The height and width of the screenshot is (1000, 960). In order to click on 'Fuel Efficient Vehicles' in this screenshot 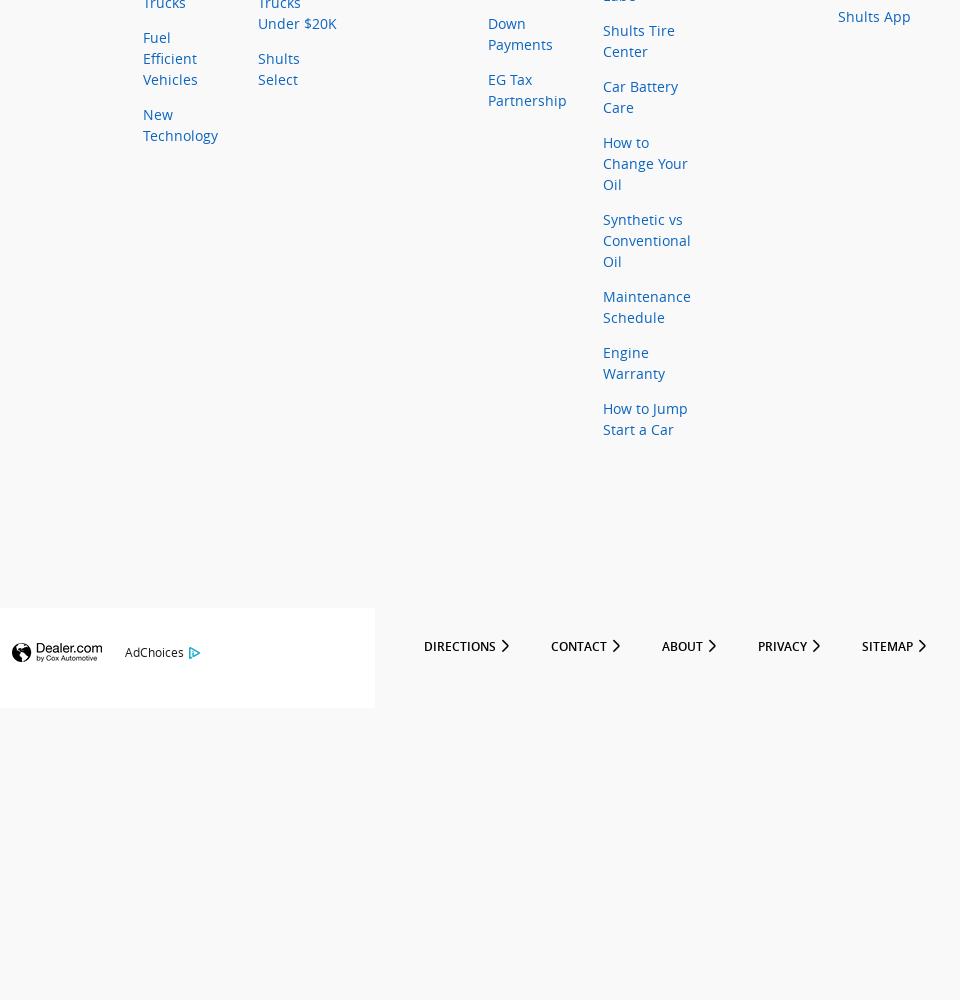, I will do `click(169, 58)`.